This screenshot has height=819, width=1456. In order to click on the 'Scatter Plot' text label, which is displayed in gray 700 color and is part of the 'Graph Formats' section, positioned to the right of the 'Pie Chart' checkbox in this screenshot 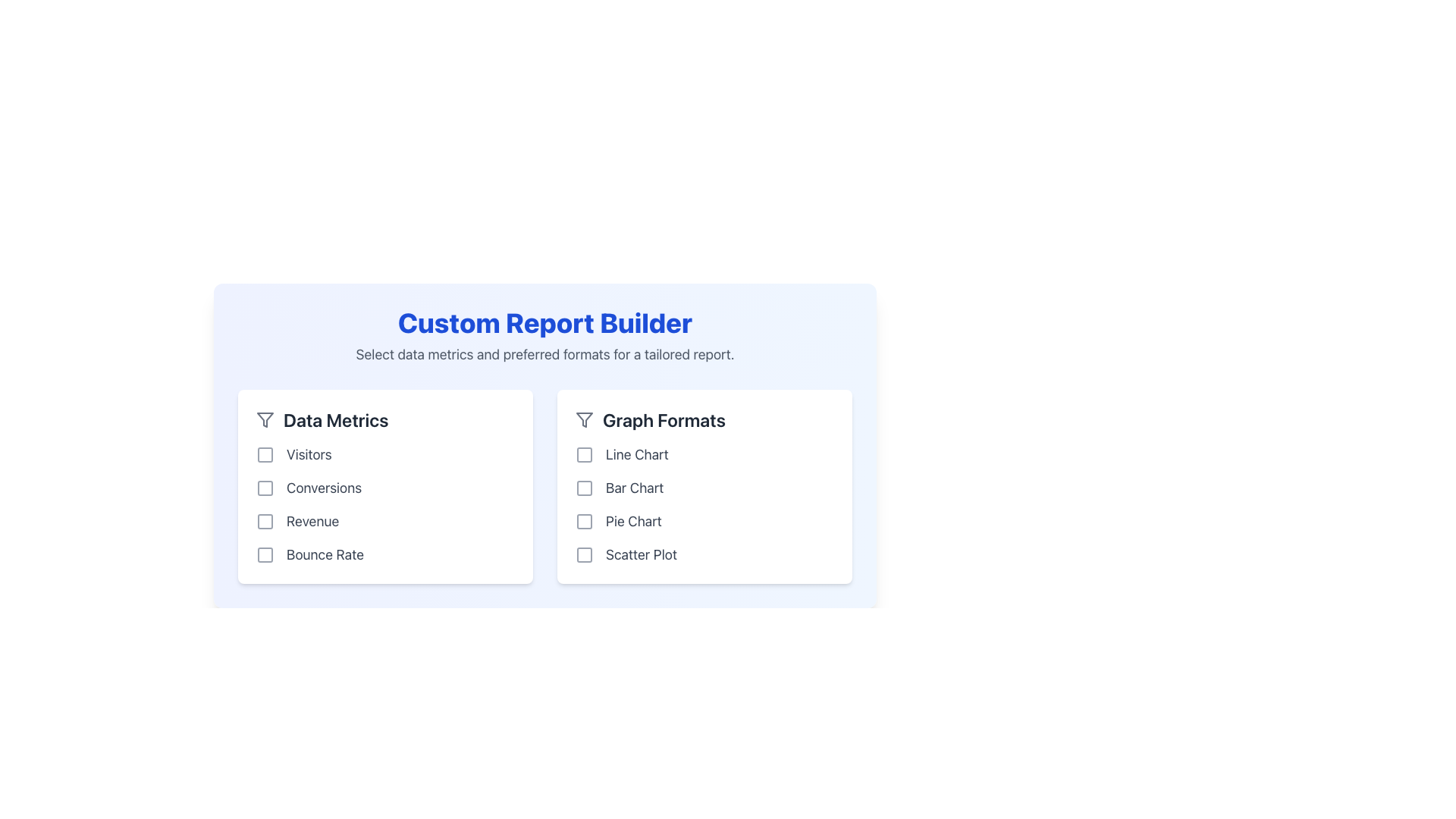, I will do `click(641, 555)`.